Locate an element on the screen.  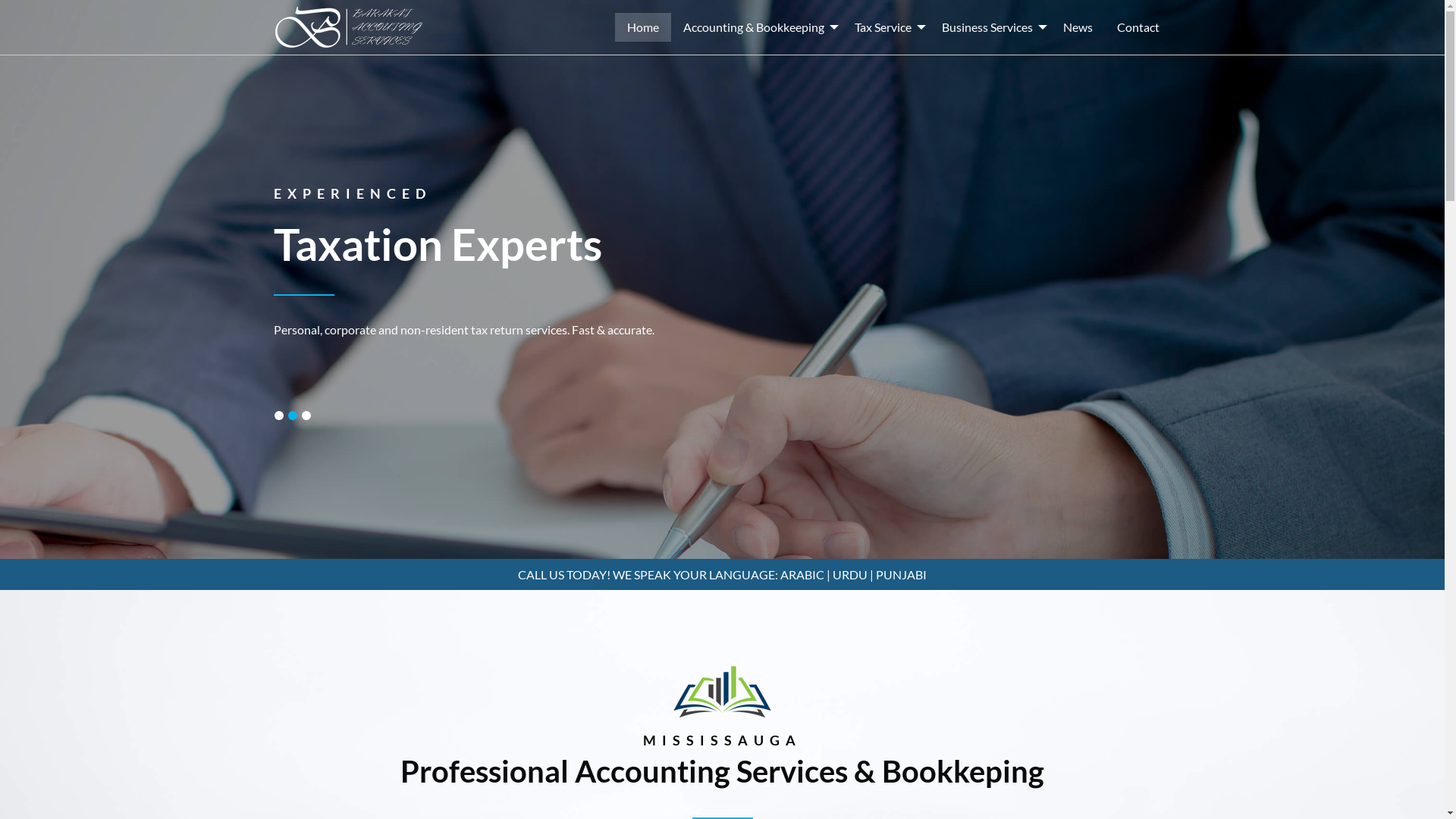
'First slide details.' is located at coordinates (279, 415).